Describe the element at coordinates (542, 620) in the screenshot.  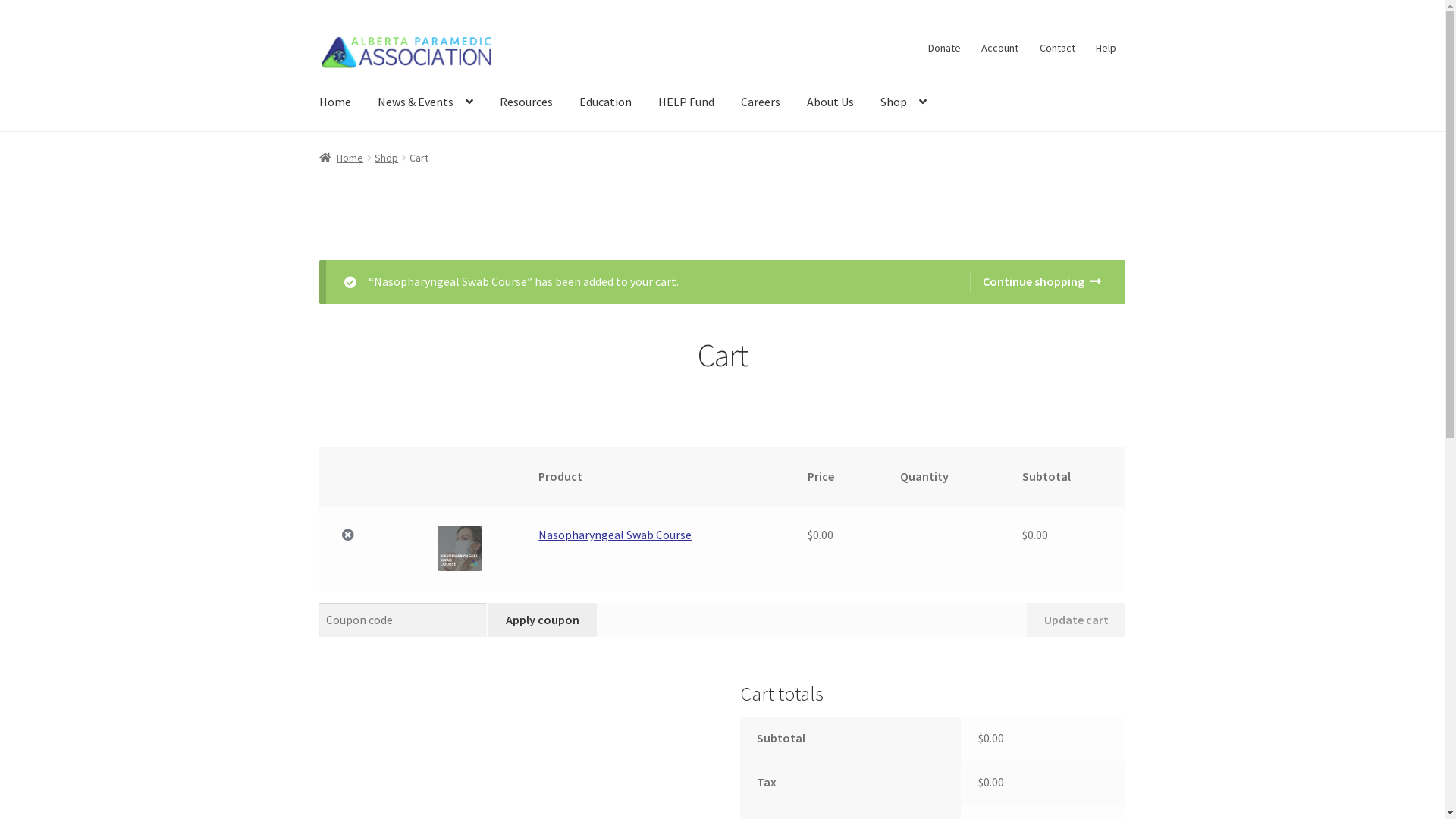
I see `'Apply coupon'` at that location.